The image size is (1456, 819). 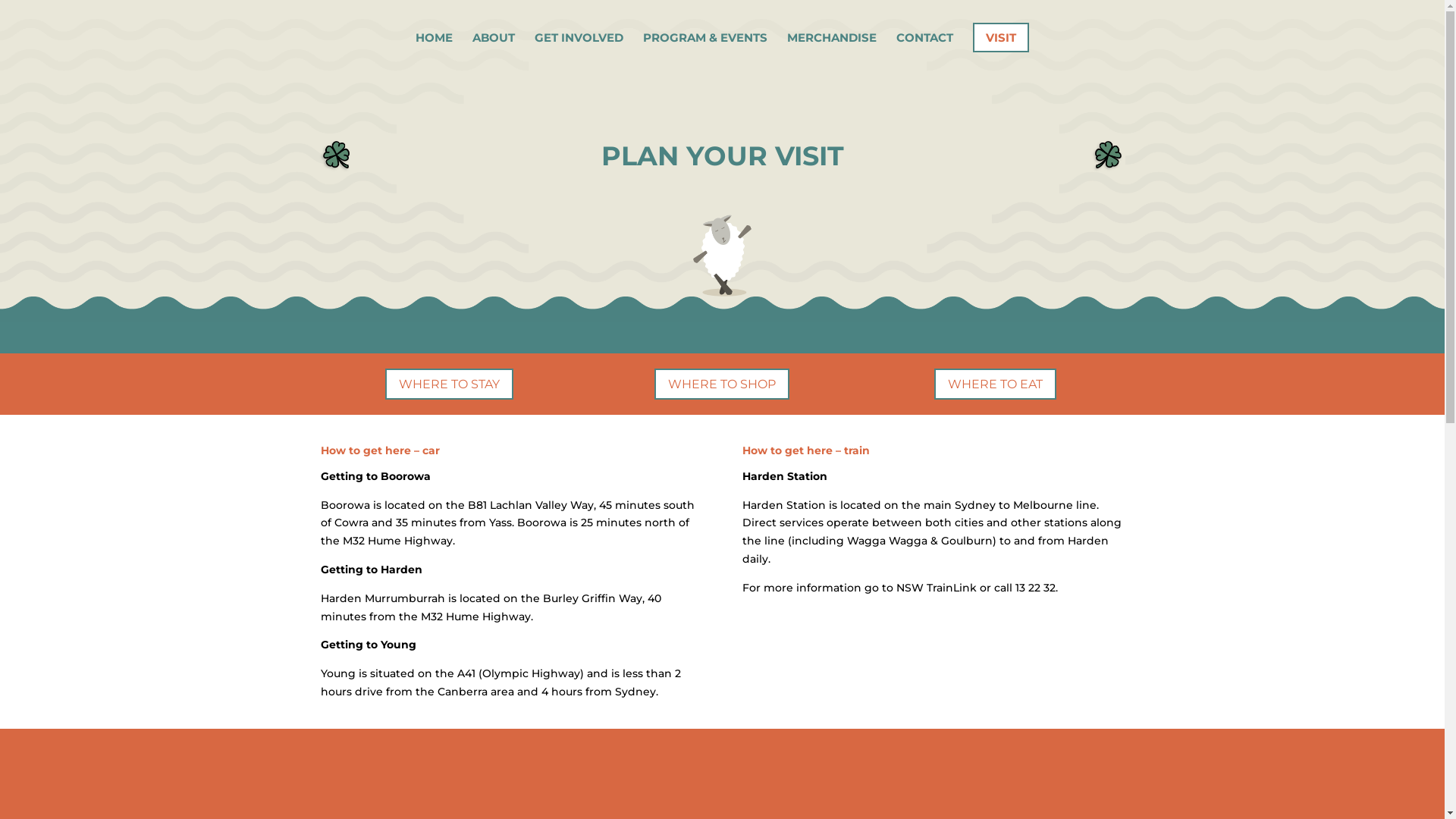 I want to click on 'WHERE TO SHOP', so click(x=720, y=383).